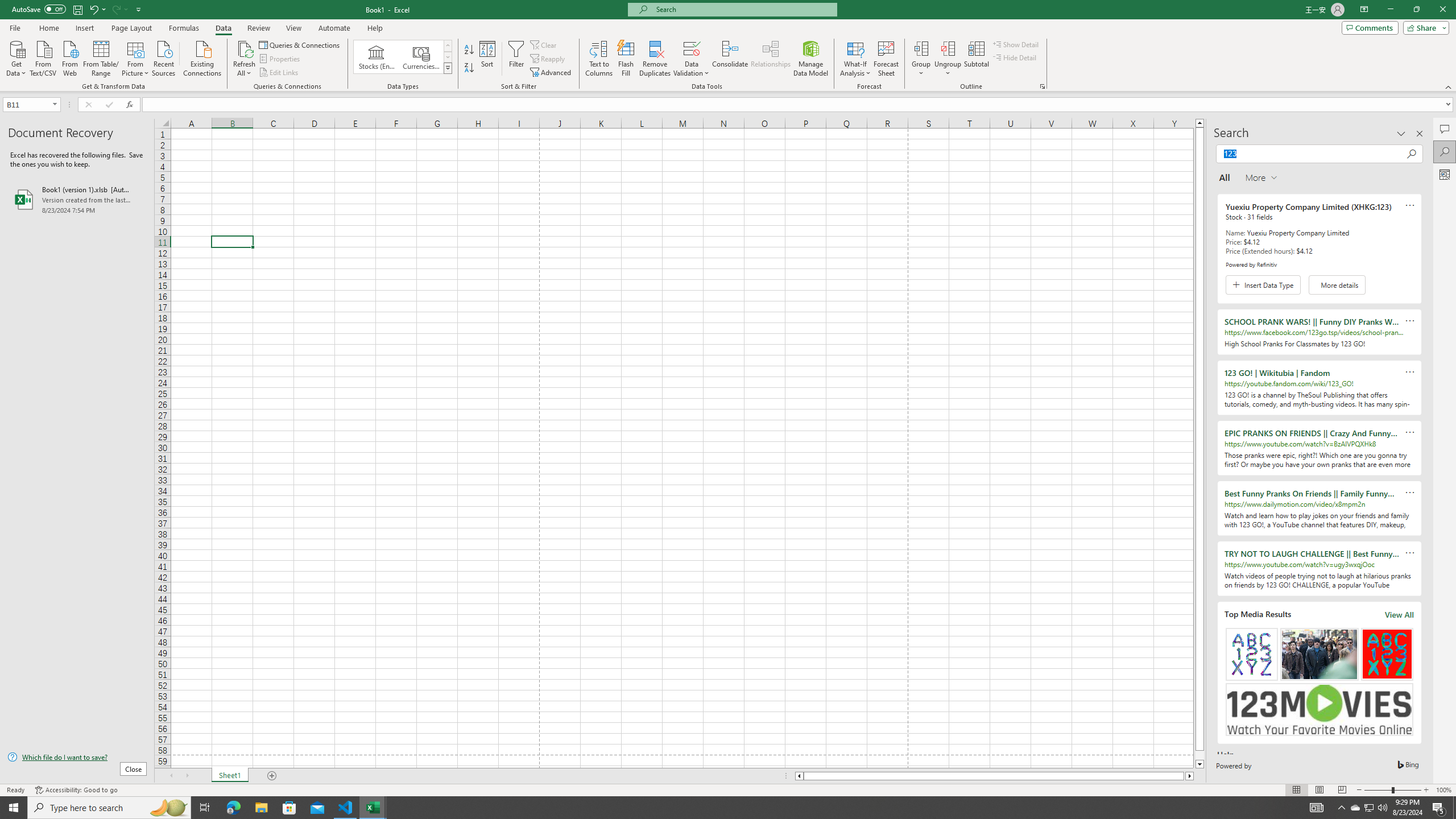 Image resolution: width=1456 pixels, height=819 pixels. I want to click on 'Close', so click(1442, 9).